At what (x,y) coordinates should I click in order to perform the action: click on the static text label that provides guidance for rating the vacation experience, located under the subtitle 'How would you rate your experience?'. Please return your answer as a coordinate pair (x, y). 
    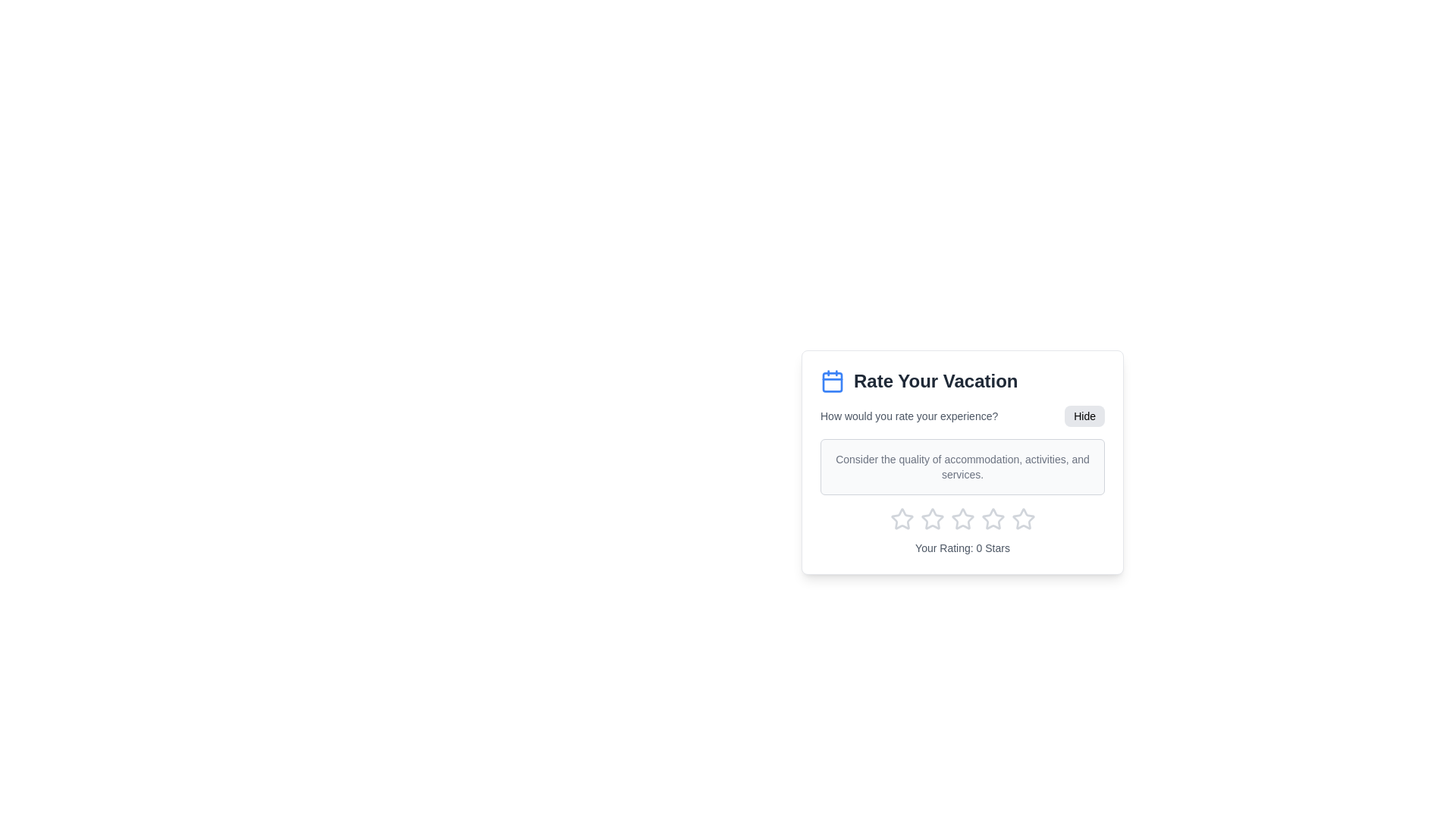
    Looking at the image, I should click on (962, 466).